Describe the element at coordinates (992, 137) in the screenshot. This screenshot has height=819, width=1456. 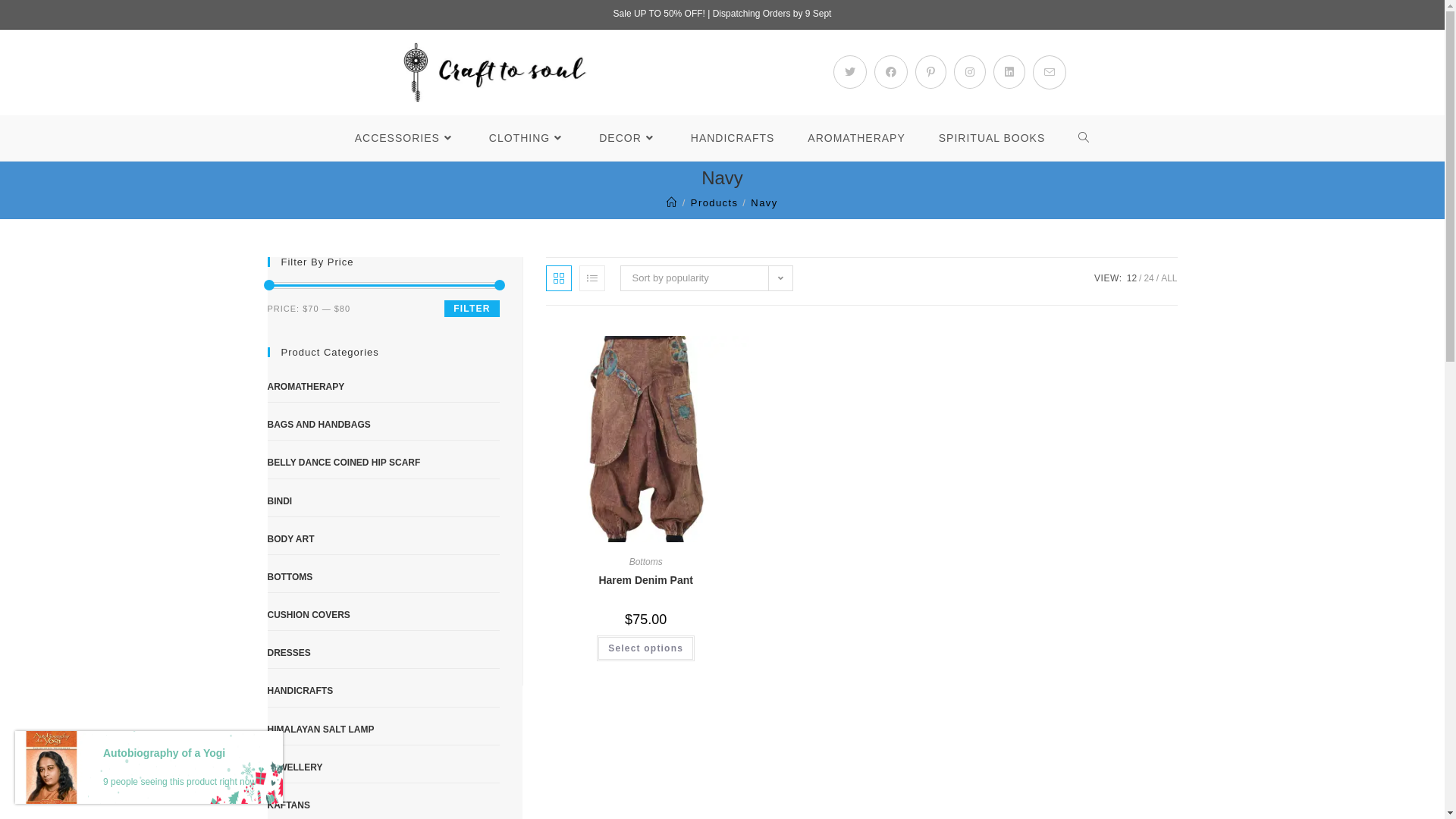
I see `'SPIRITUAL BOOKS'` at that location.